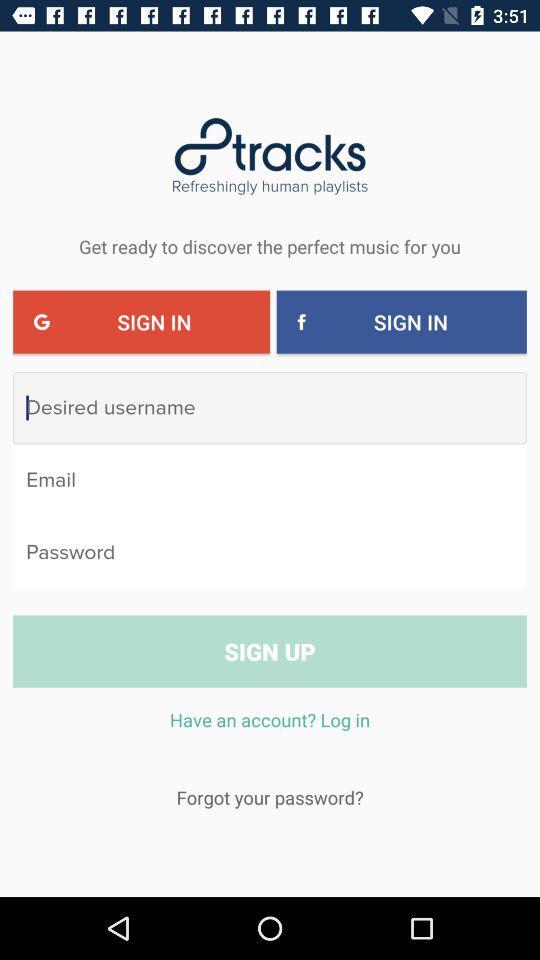  Describe the element at coordinates (270, 552) in the screenshot. I see `password` at that location.